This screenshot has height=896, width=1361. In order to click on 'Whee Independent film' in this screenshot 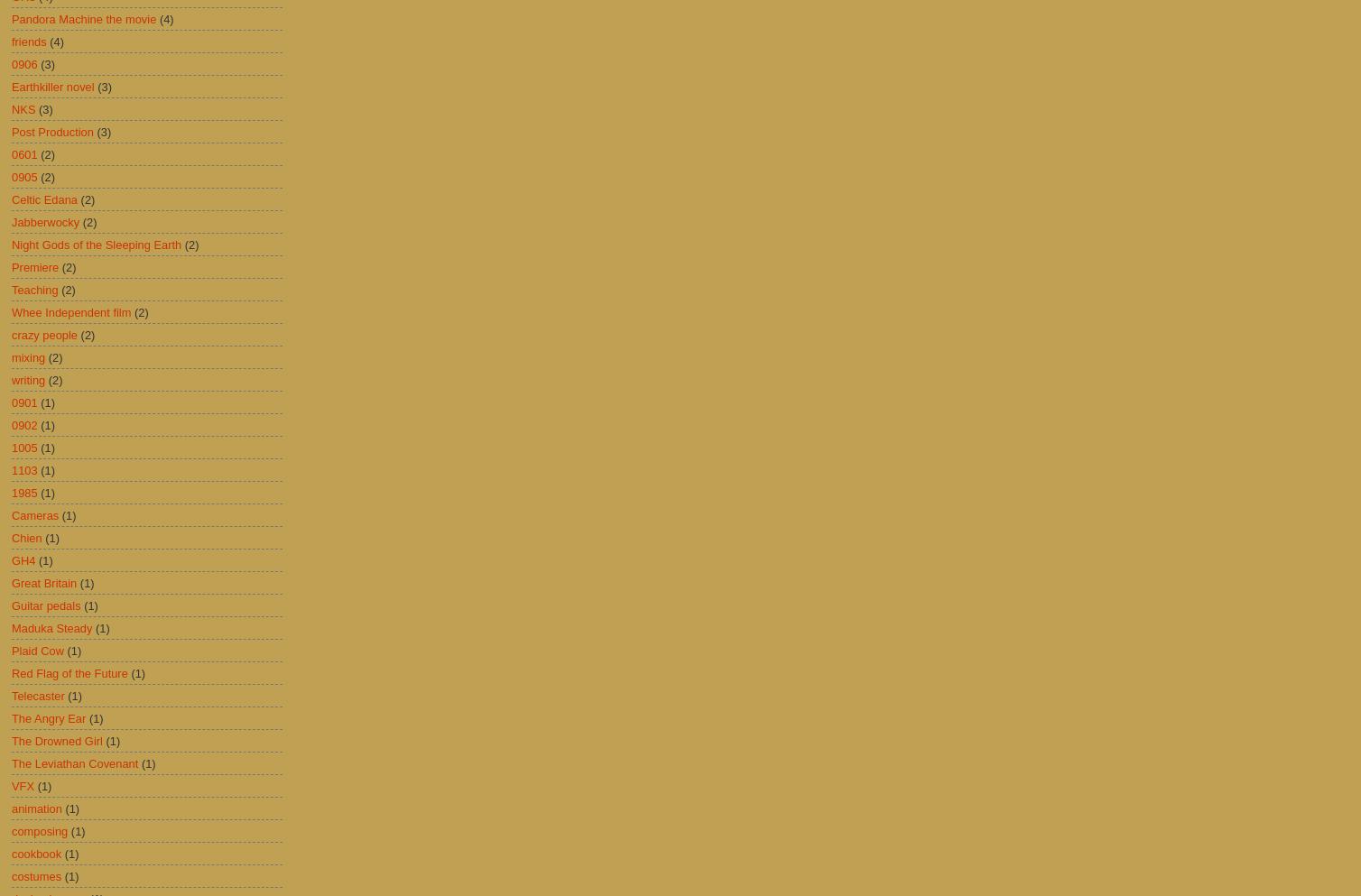, I will do `click(71, 311)`.